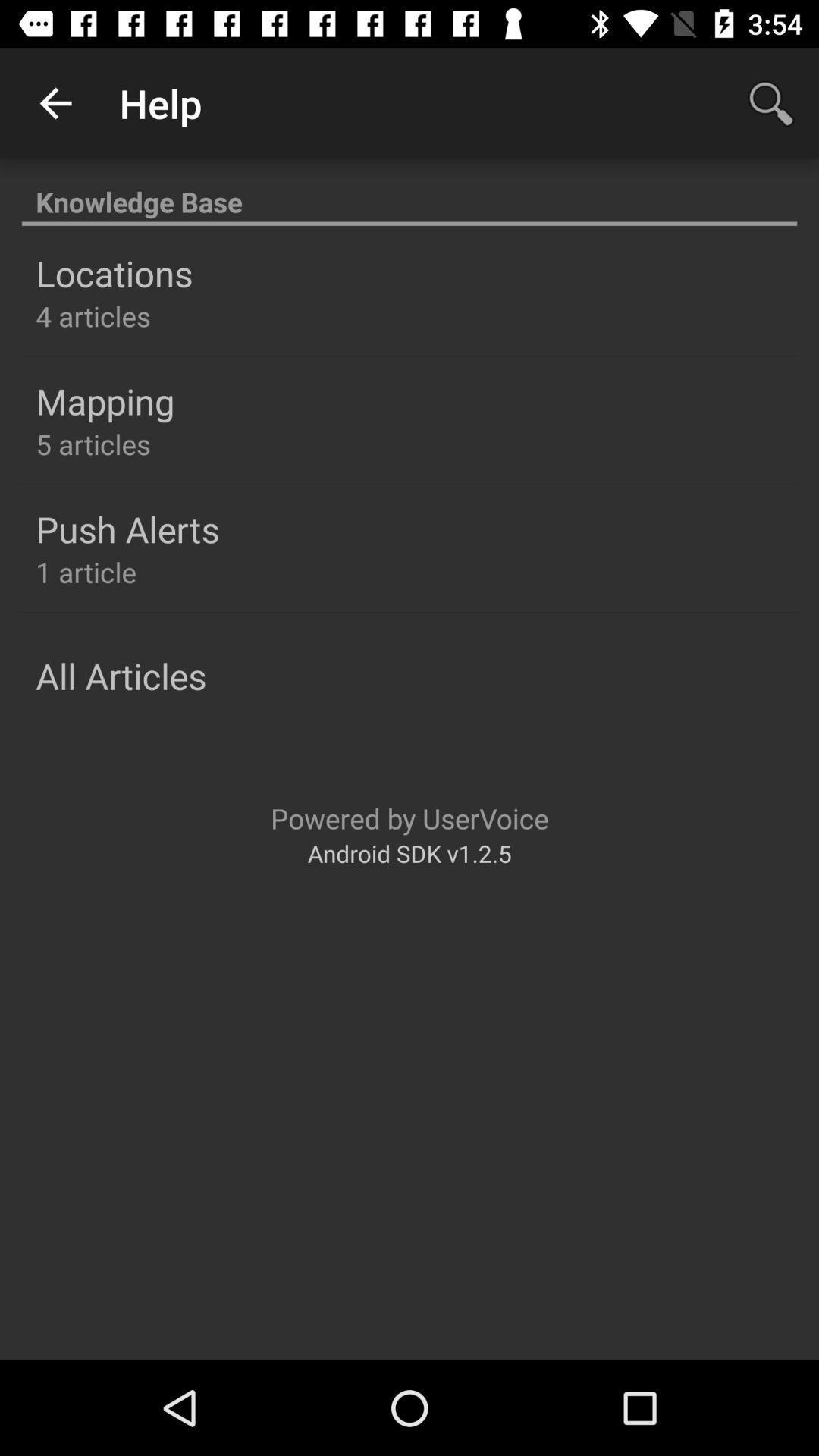  I want to click on the item to the left of the help, so click(55, 102).